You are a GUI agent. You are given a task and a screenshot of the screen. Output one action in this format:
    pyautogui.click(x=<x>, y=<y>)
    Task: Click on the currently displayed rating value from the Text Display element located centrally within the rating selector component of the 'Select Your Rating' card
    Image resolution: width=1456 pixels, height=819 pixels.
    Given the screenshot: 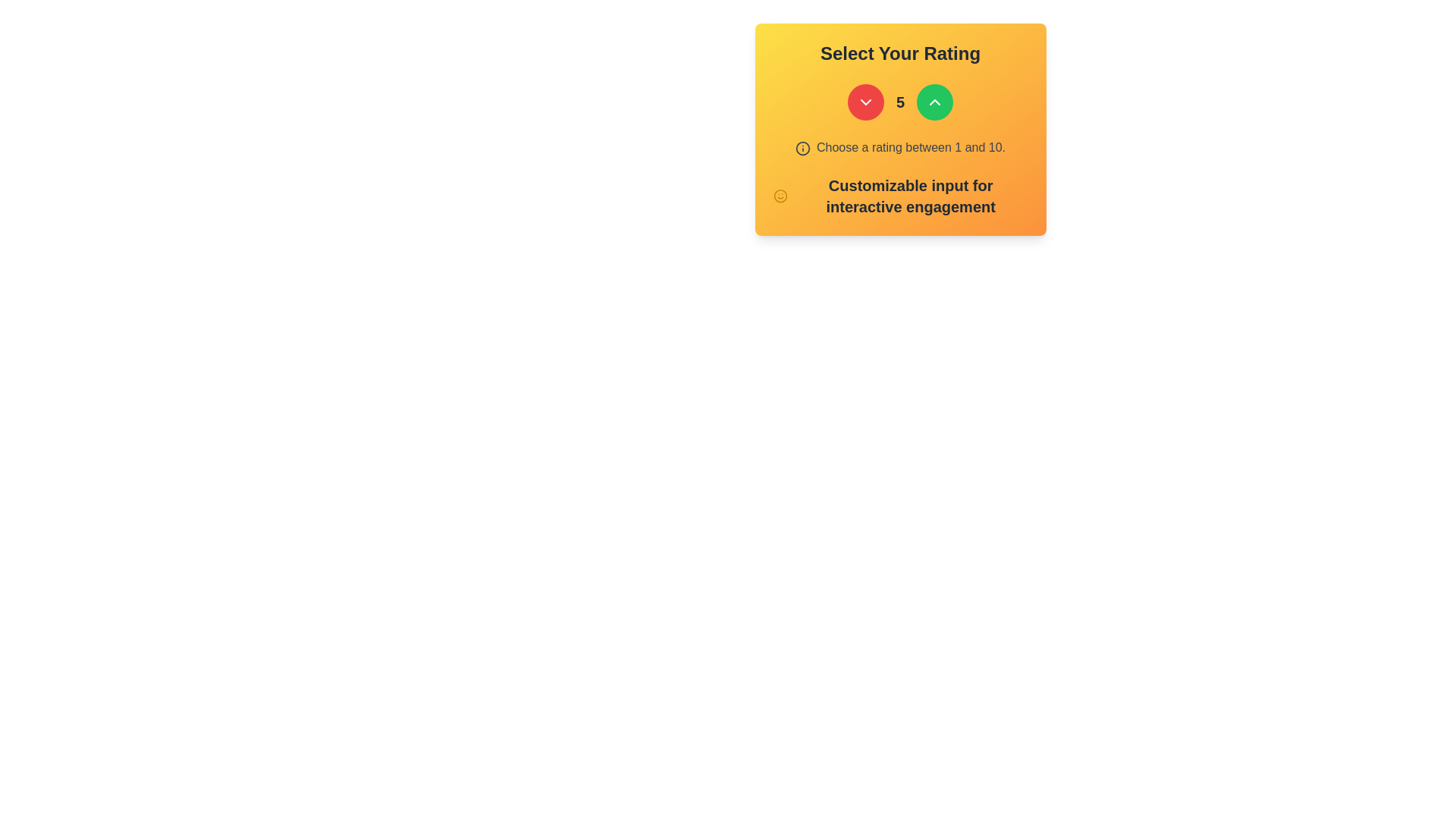 What is the action you would take?
    pyautogui.click(x=900, y=102)
    